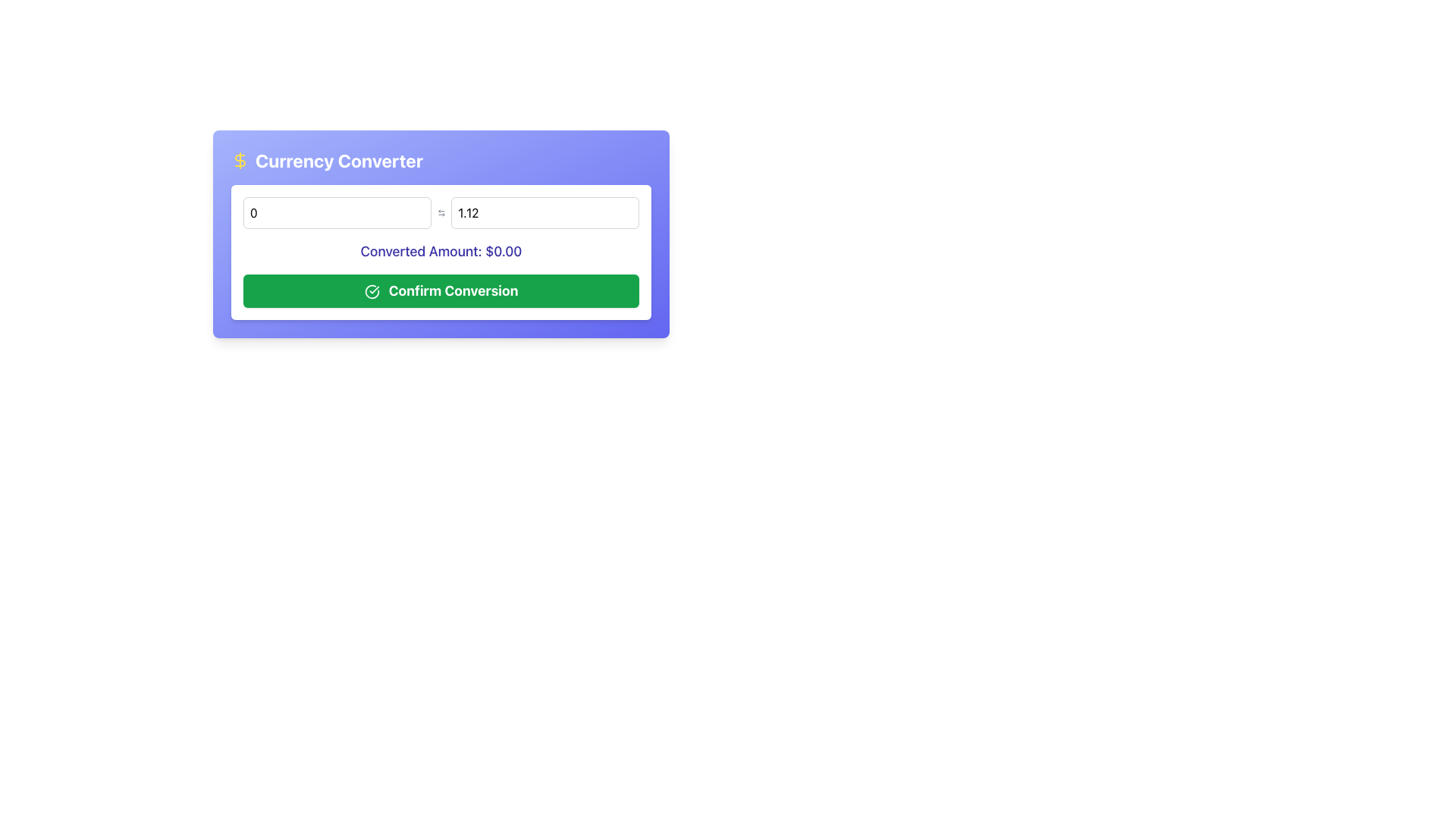 This screenshot has width=1456, height=819. I want to click on the green confirmation button labeled 'Confirm Conversion' which contains the circular-check icon as part of its design, so click(372, 292).